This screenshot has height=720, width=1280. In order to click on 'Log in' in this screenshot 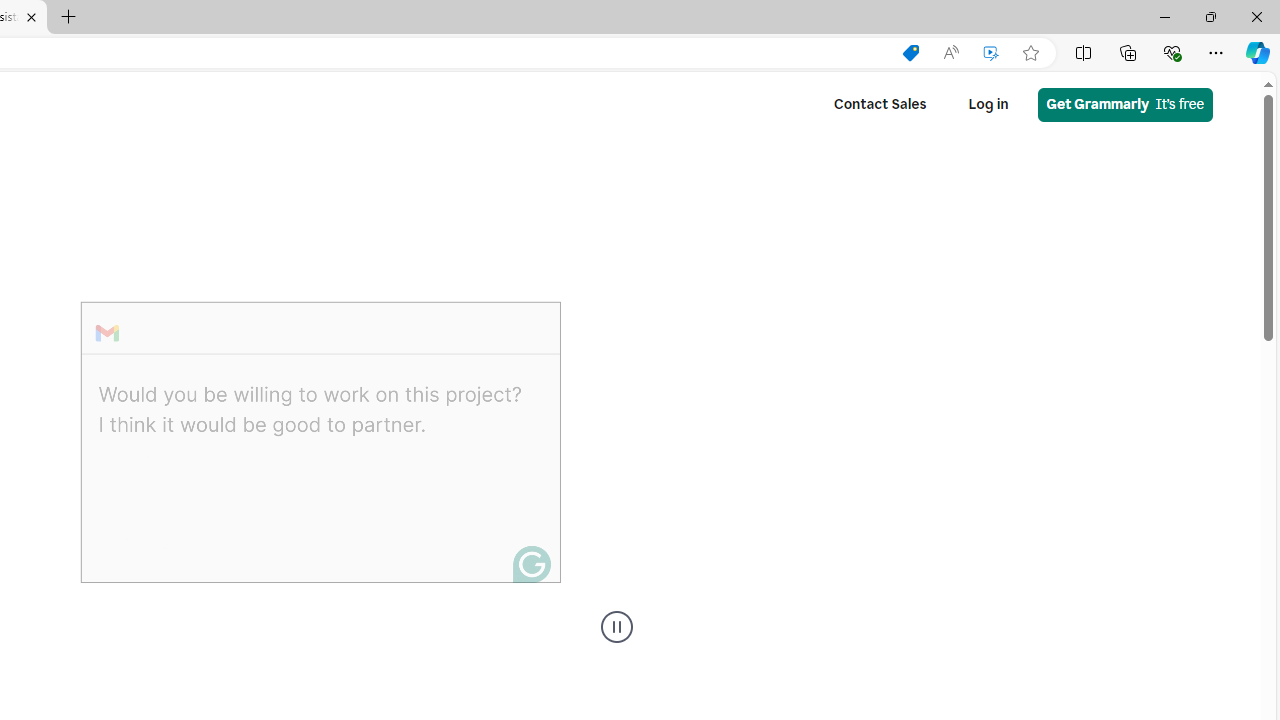, I will do `click(988, 104)`.